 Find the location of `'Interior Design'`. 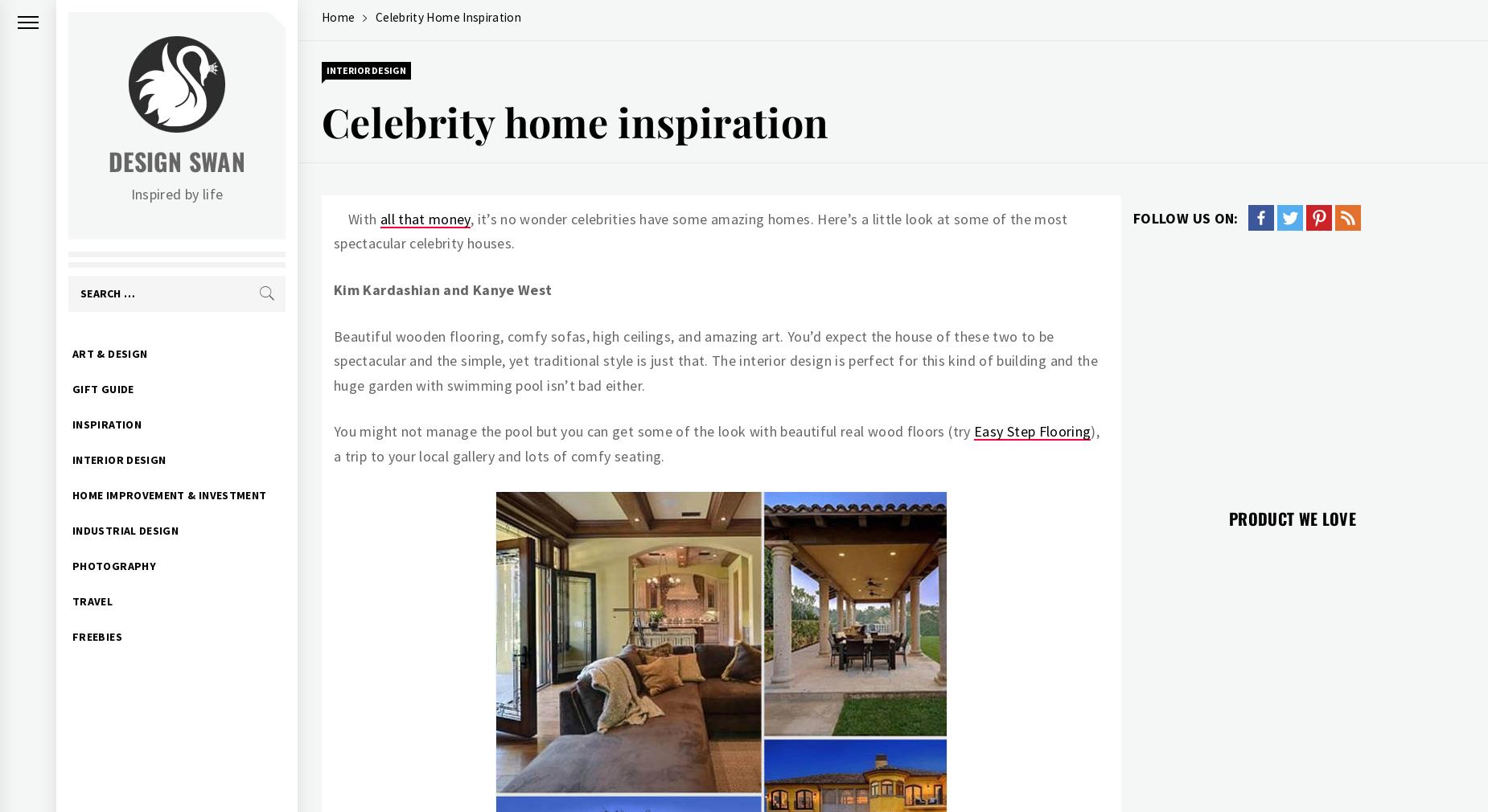

'Interior Design' is located at coordinates (365, 69).